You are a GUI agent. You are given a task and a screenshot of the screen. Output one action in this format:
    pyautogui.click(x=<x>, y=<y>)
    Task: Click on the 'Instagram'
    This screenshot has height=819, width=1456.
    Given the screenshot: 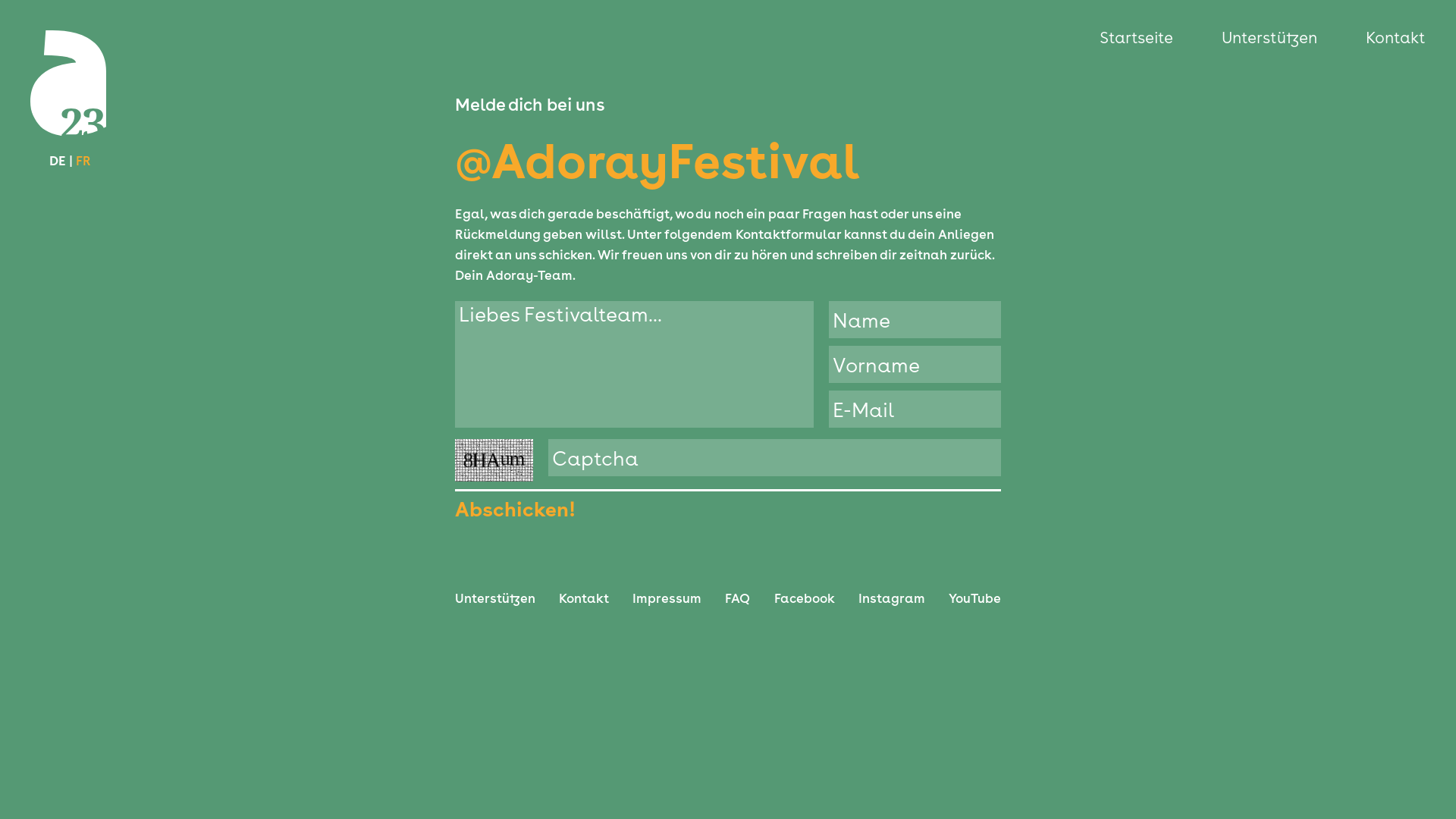 What is the action you would take?
    pyautogui.click(x=892, y=598)
    